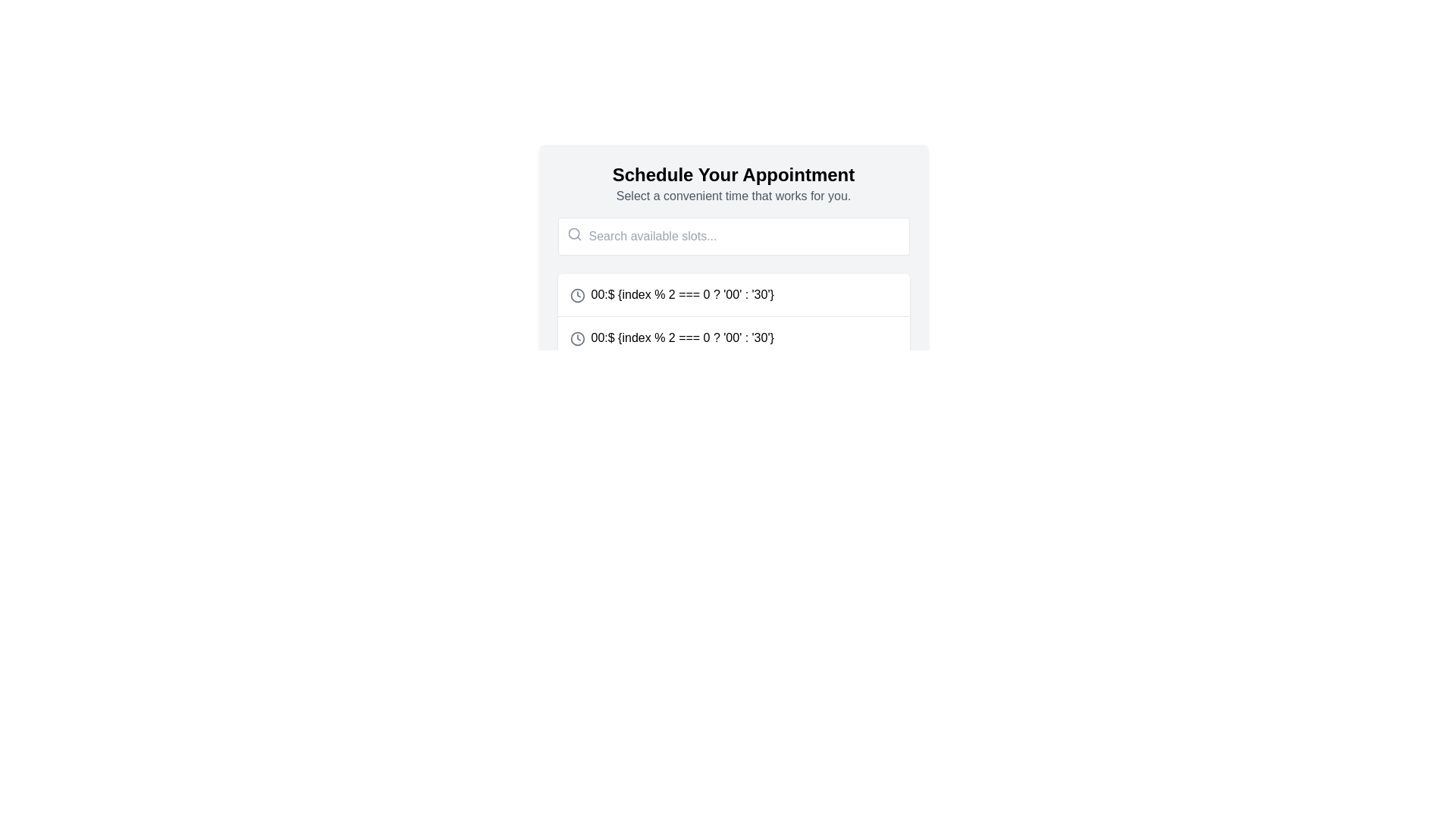  Describe the element at coordinates (573, 234) in the screenshot. I see `the small circular icon that is part of a search graphic element, located to the left of the text input field labeled 'Search available slots...'` at that location.